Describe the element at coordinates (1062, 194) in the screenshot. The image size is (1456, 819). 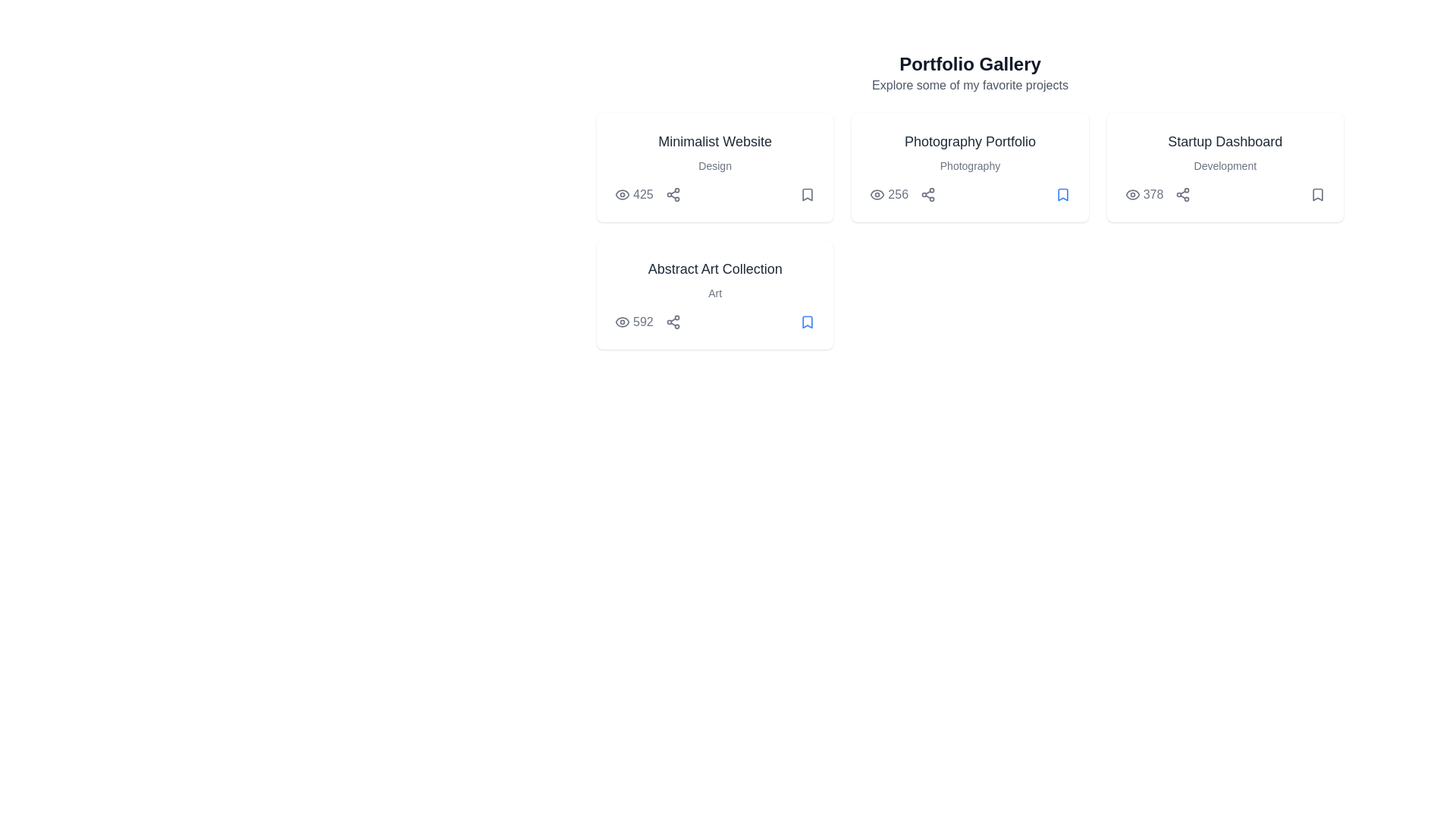
I see `the blue bookmark icon located at the top right corner of the 'Photography Portfolio' card` at that location.